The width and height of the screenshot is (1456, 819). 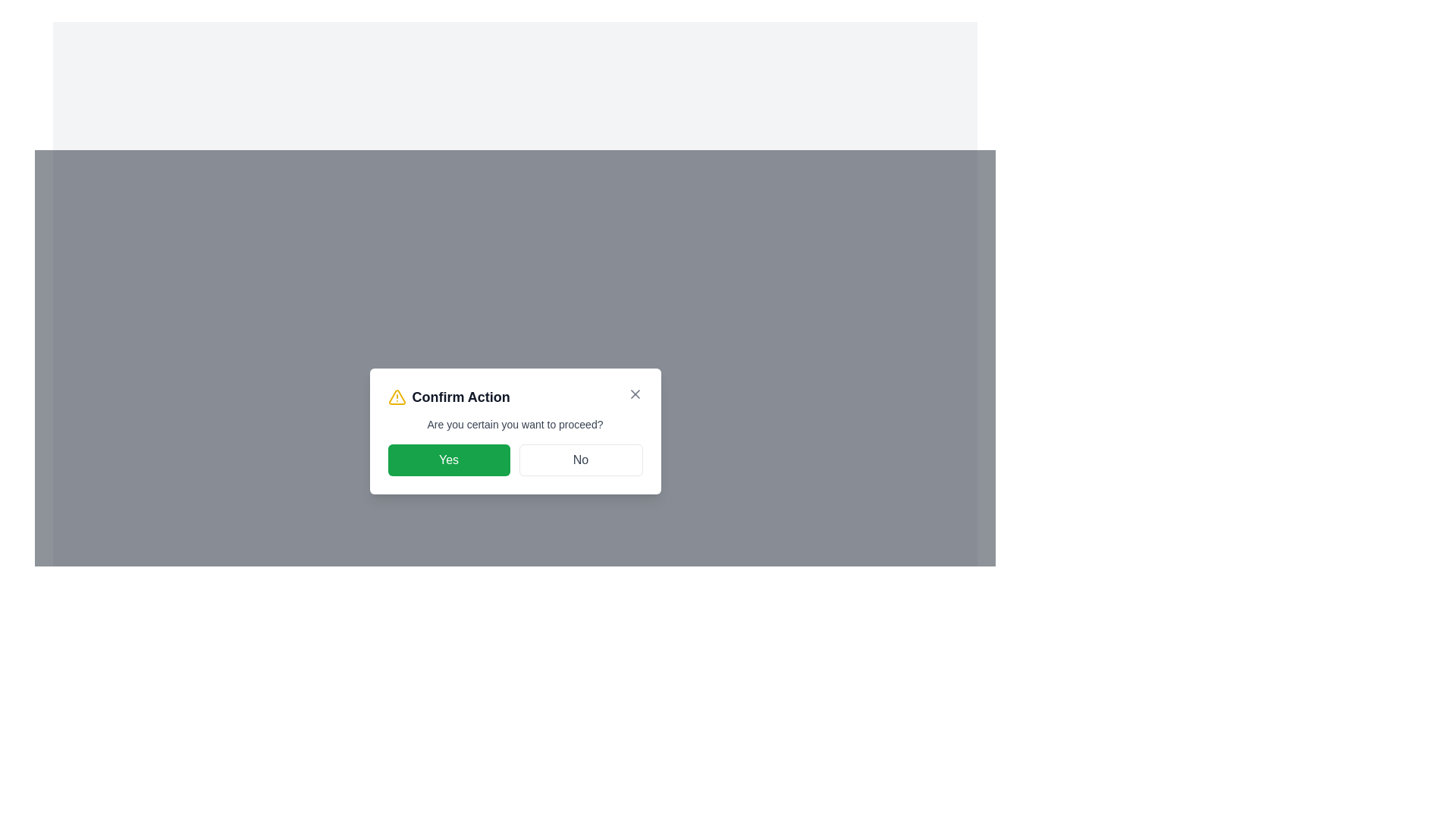 I want to click on the 'Decline' button located at the lower right corner of the dialog box, so click(x=580, y=459).